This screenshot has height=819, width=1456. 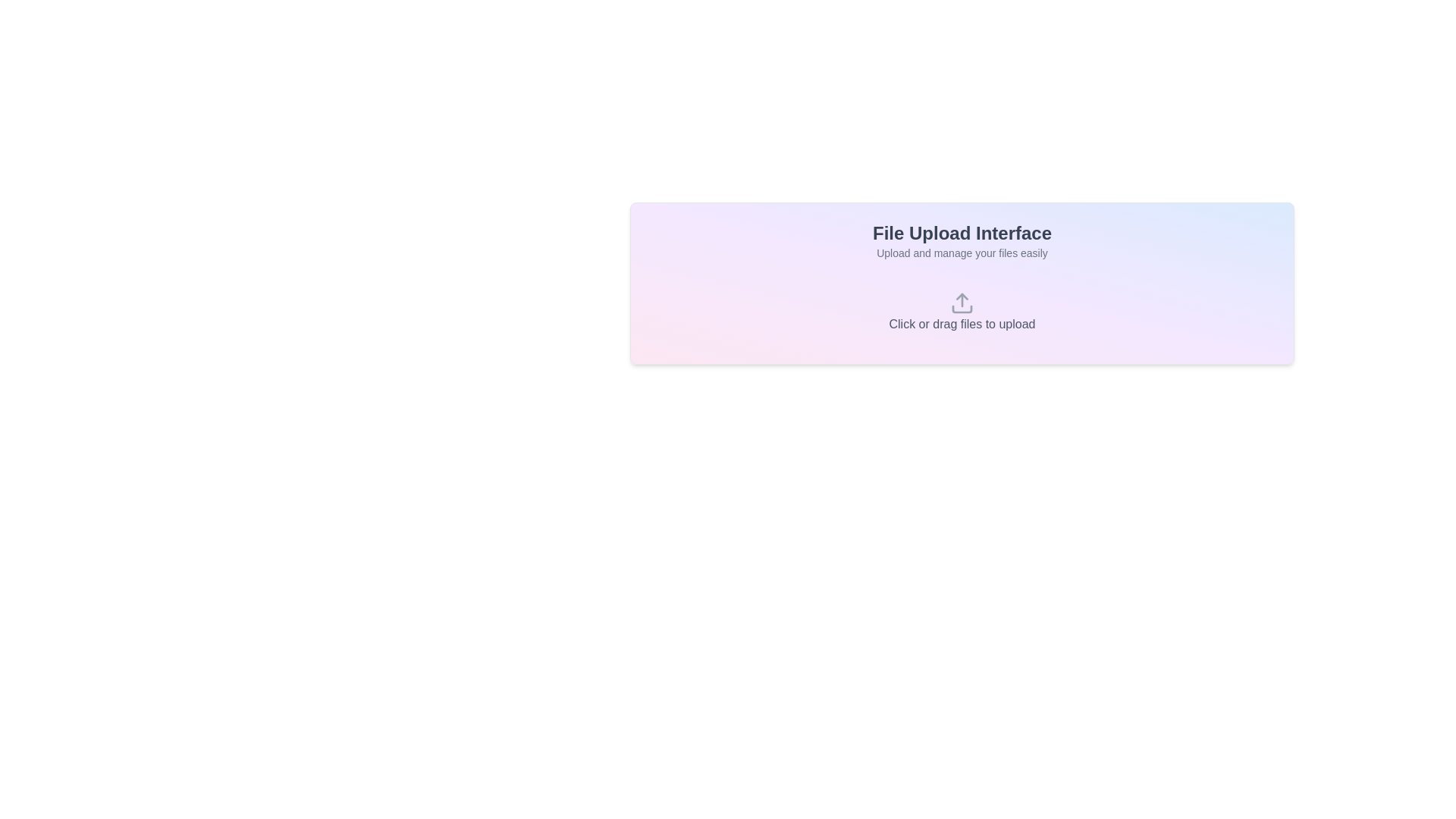 I want to click on the File upload area, so click(x=961, y=312).